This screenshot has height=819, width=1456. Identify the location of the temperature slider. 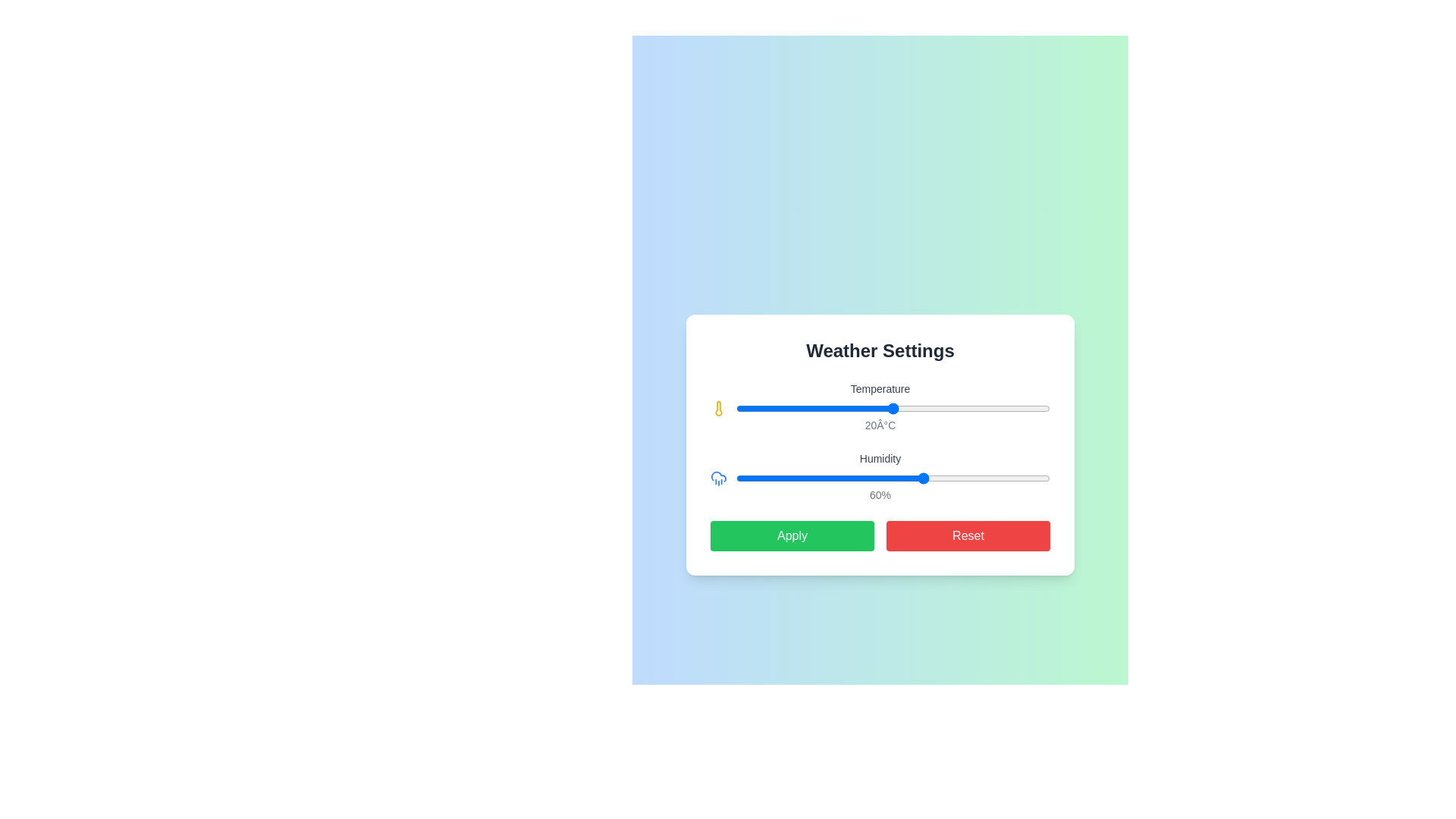
(798, 408).